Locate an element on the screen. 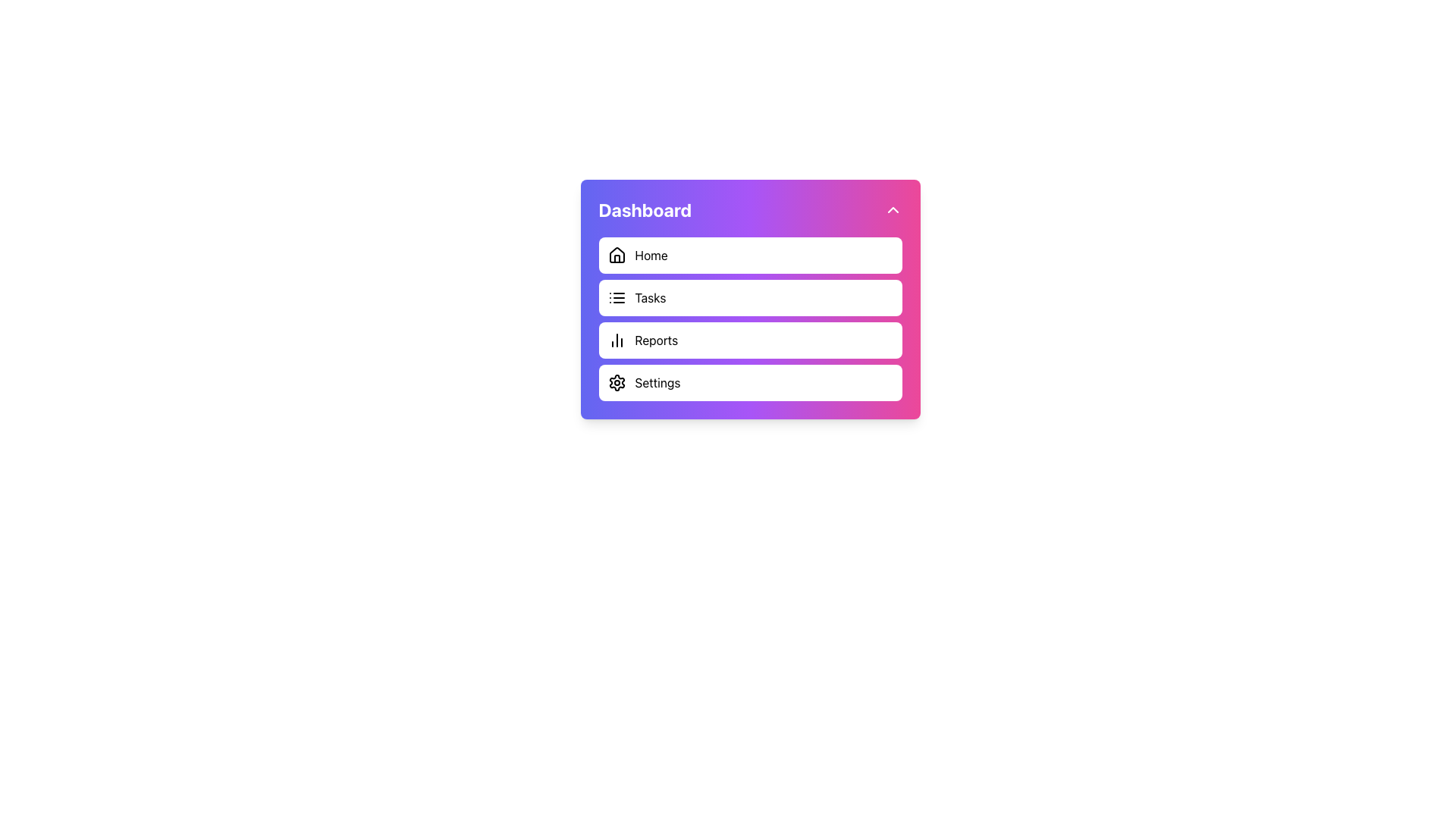 This screenshot has width=1456, height=819. the navigation button located at the bottom of the vertical list in the 'Dashboard' panel is located at coordinates (750, 382).